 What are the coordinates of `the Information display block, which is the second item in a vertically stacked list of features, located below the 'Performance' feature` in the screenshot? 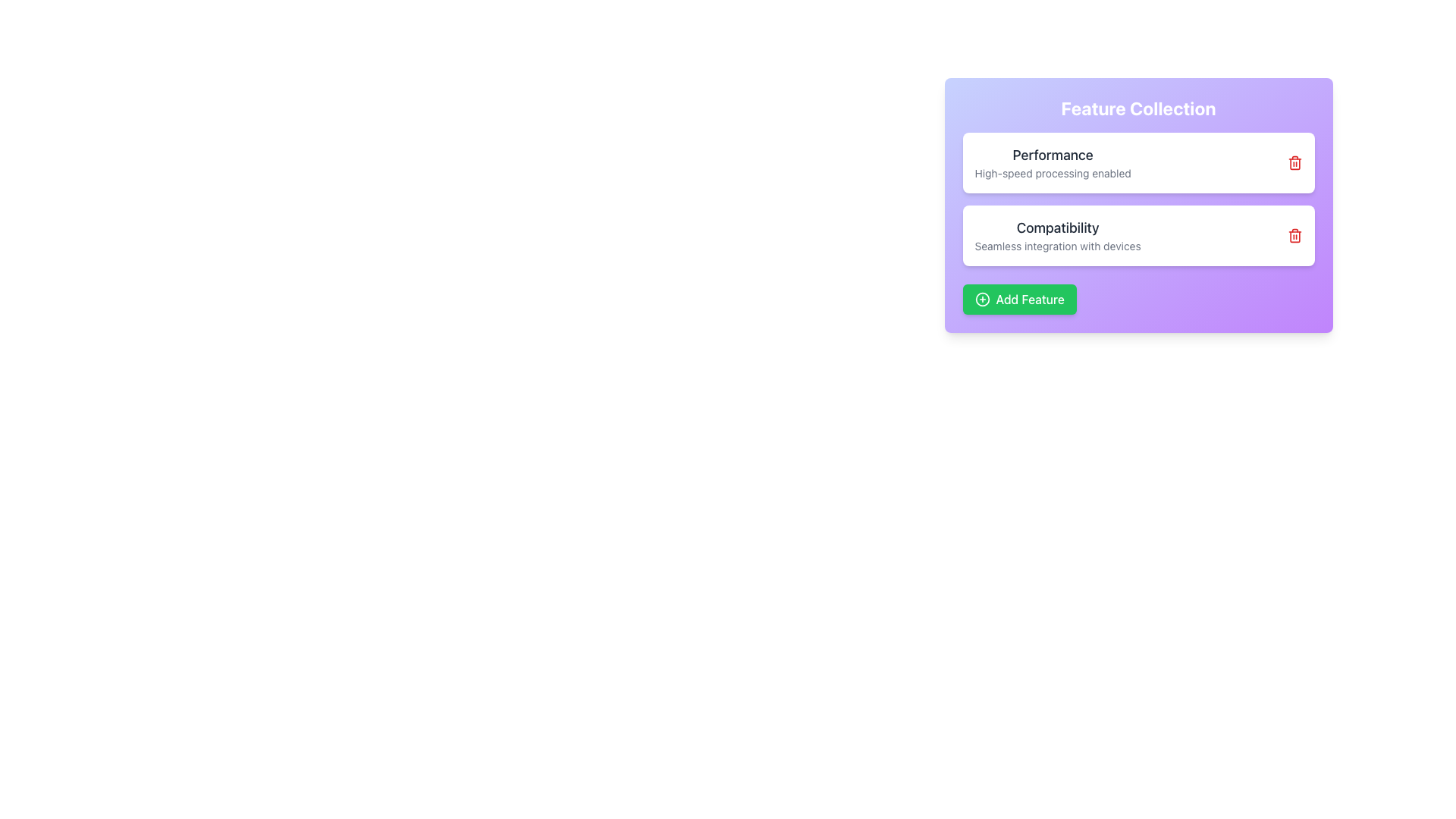 It's located at (1057, 236).